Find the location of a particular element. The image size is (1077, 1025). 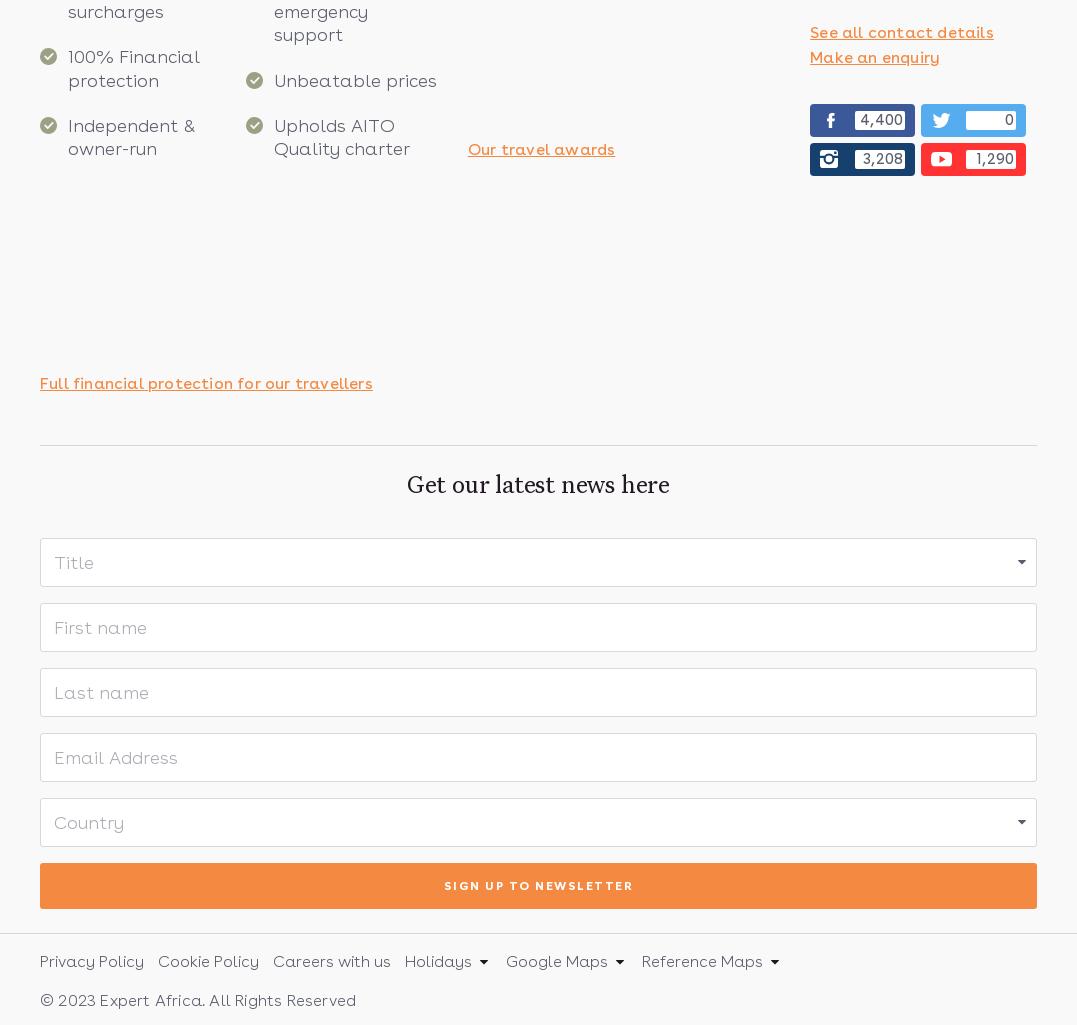

'0' is located at coordinates (1008, 119).